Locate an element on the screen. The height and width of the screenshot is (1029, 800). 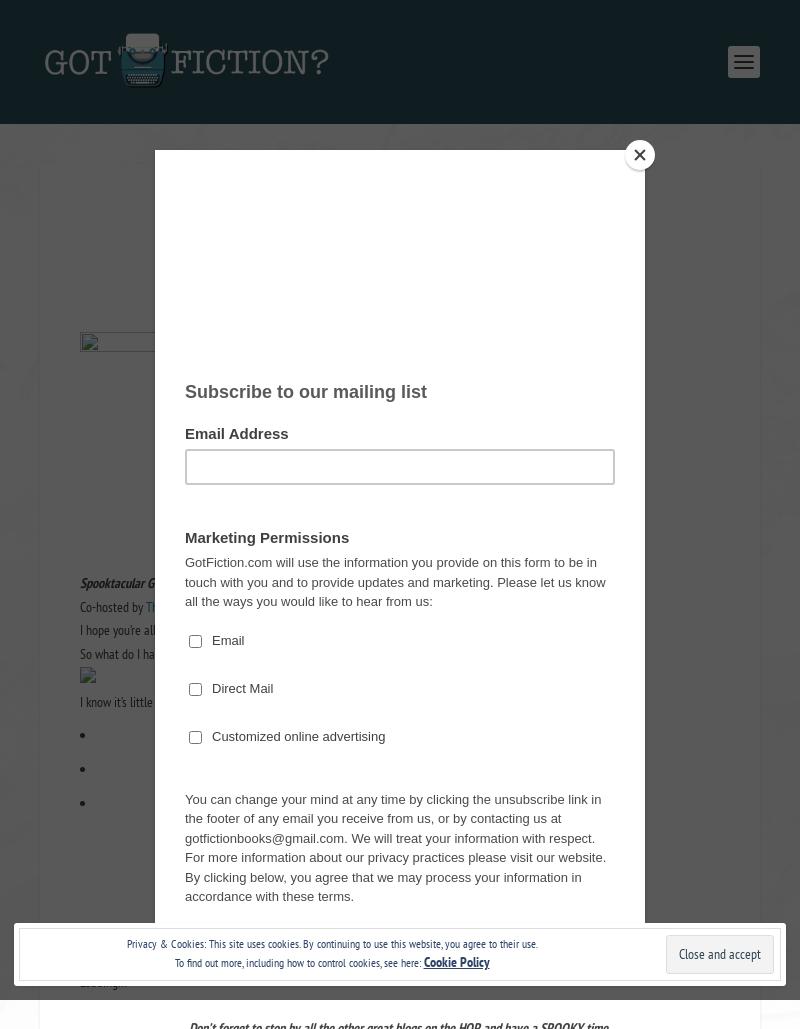
'Cookie Policy' is located at coordinates (454, 961).